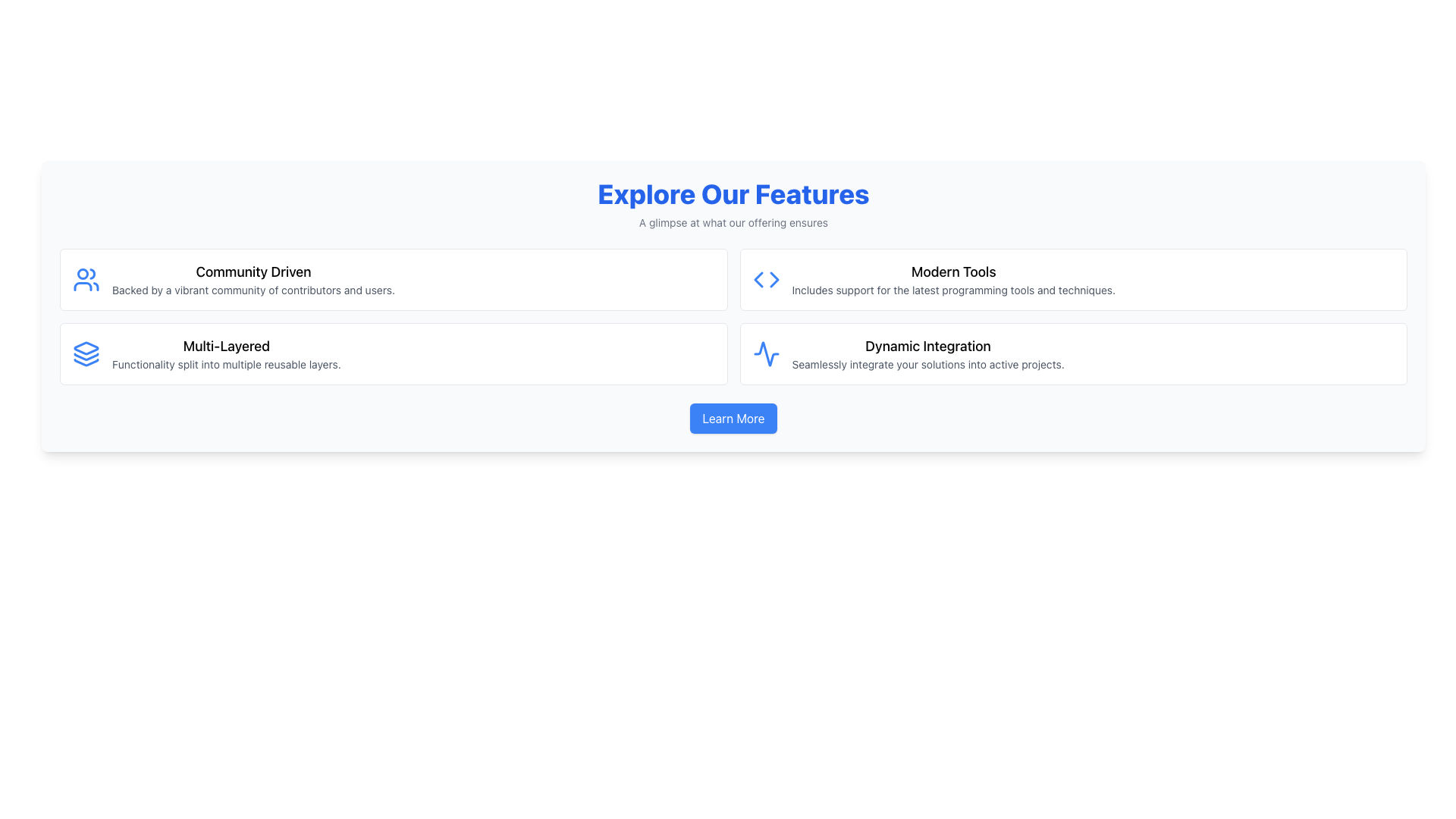 The image size is (1456, 819). I want to click on displayed text in the title and description component located in the second box of the left column in the 'Explore Our Features' section, between 'Community Driven' and 'Learn More' button, so click(225, 353).